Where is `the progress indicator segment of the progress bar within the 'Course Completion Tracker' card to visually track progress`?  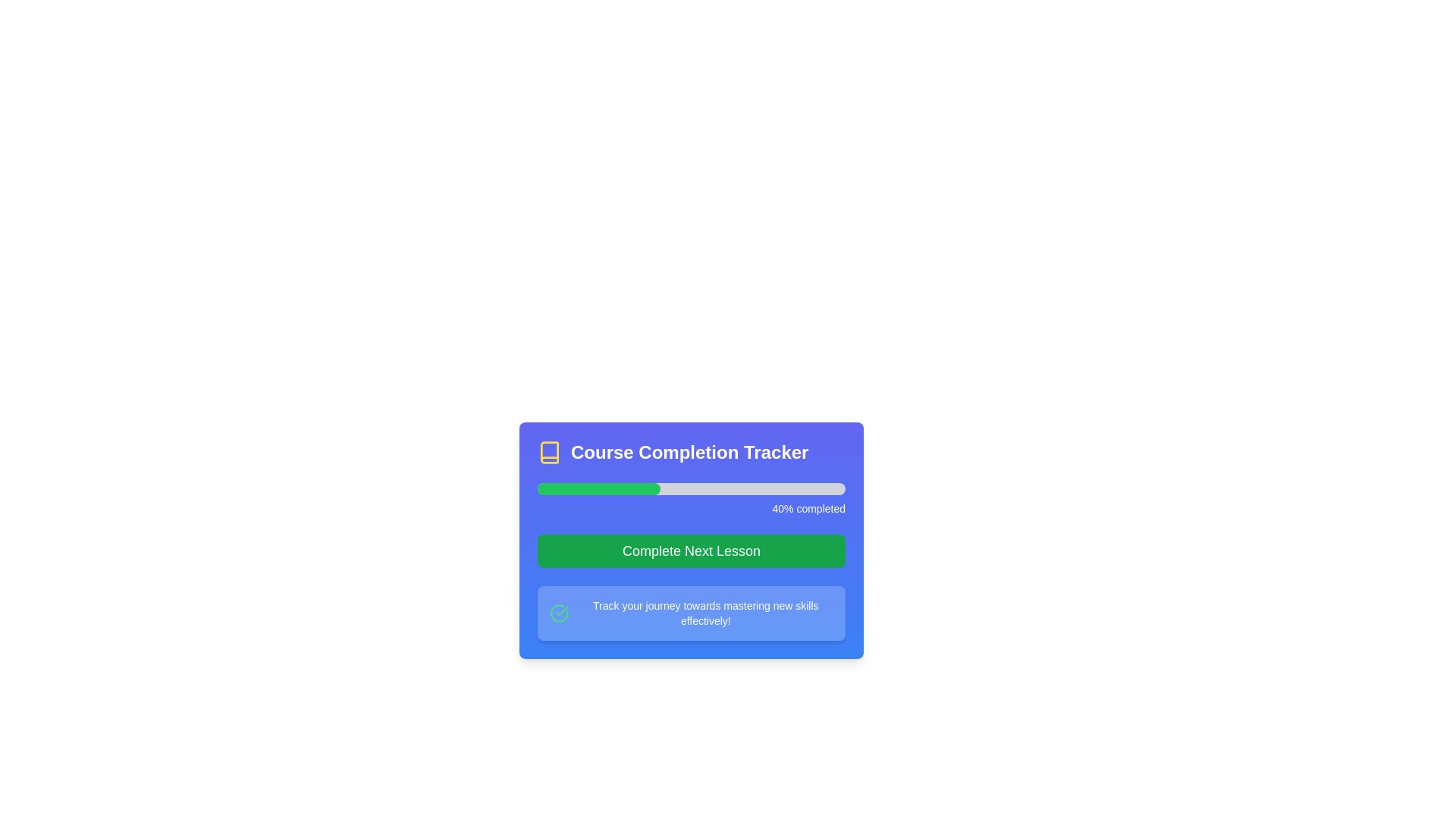 the progress indicator segment of the progress bar within the 'Course Completion Tracker' card to visually track progress is located at coordinates (598, 488).